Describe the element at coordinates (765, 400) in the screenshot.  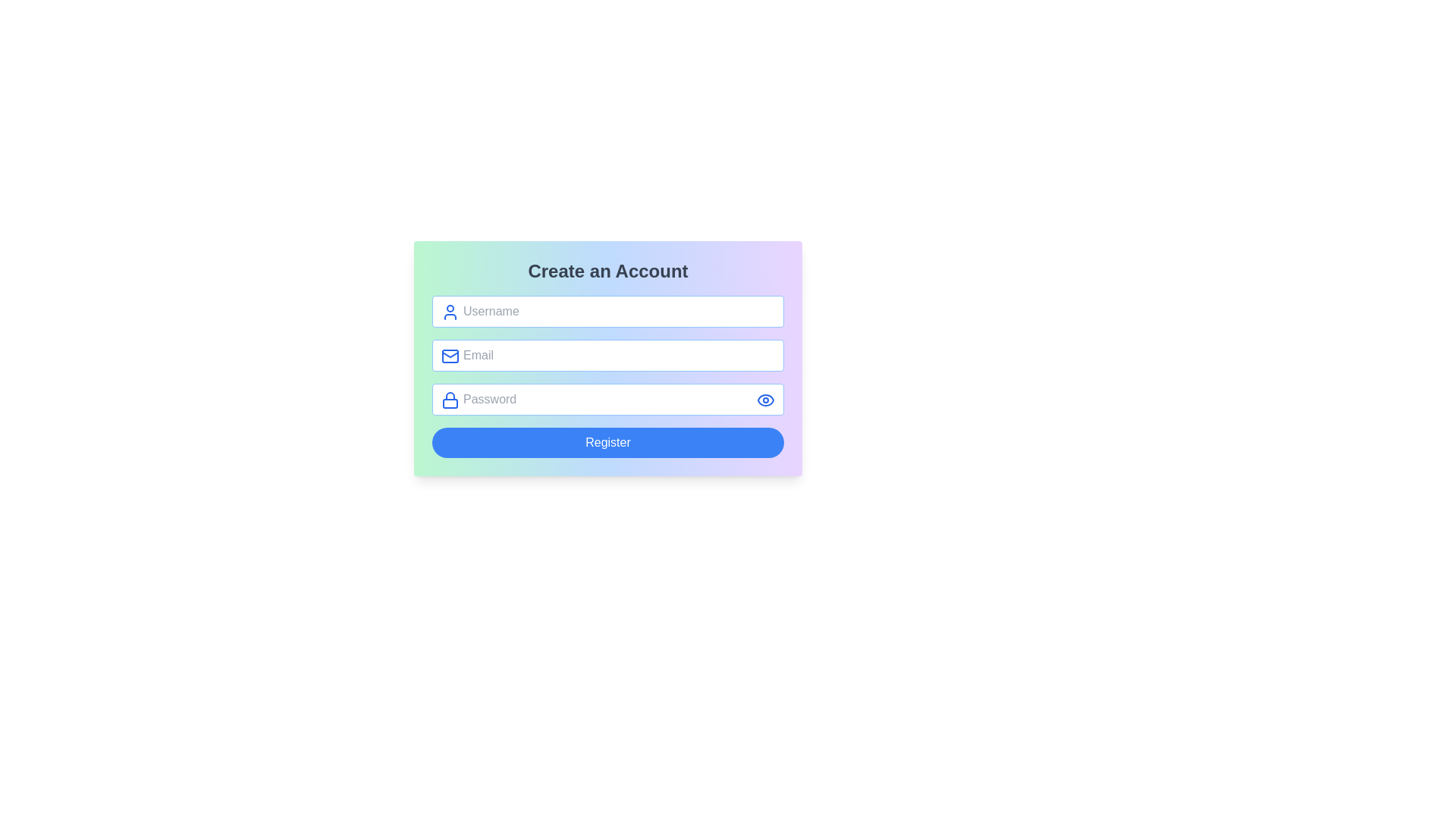
I see `the eye-shaped button icon rendered in blue, positioned to the right of the password input field for accessibility feedback` at that location.